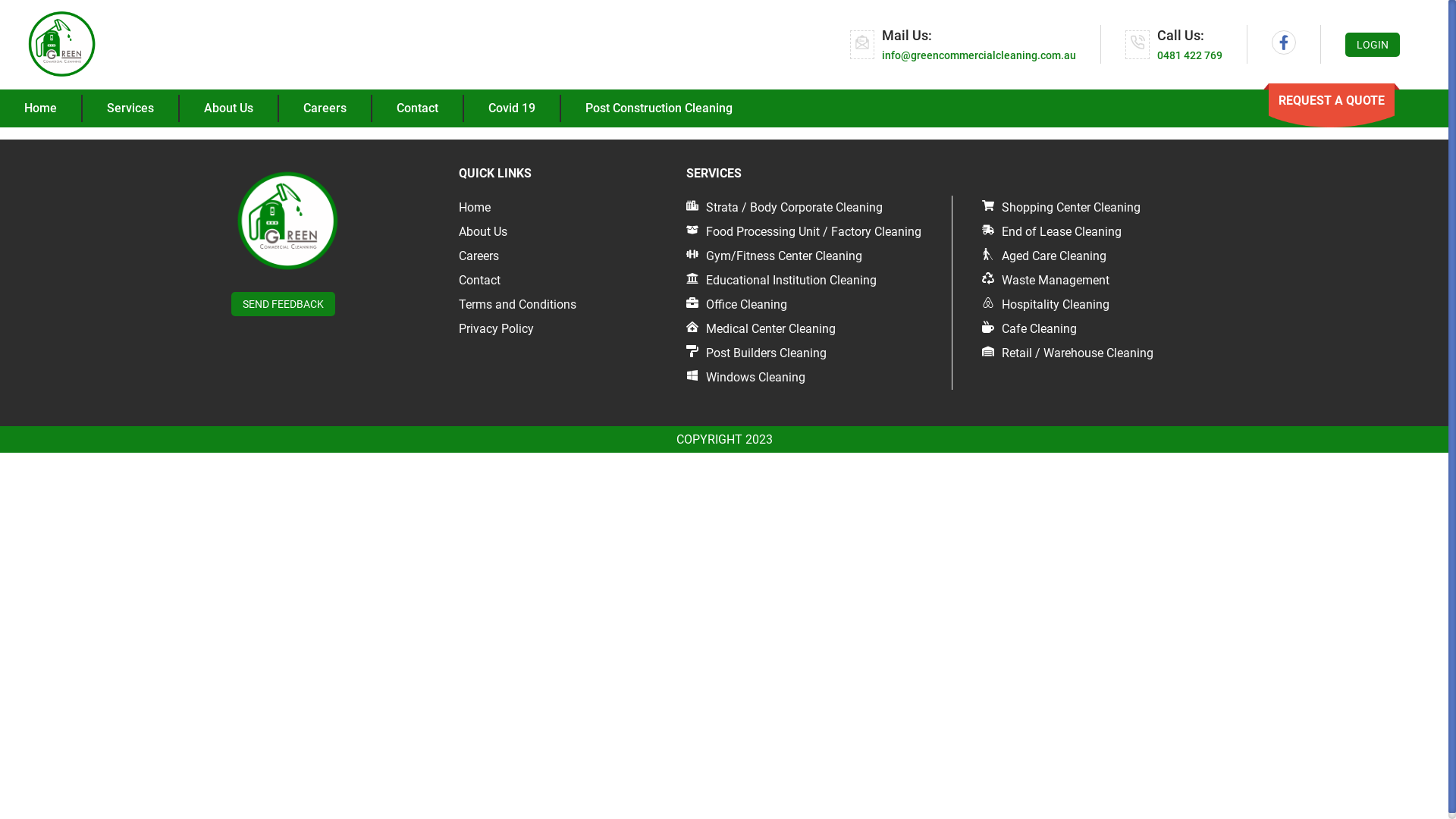  Describe the element at coordinates (283, 304) in the screenshot. I see `'SEND FEEDBACK'` at that location.